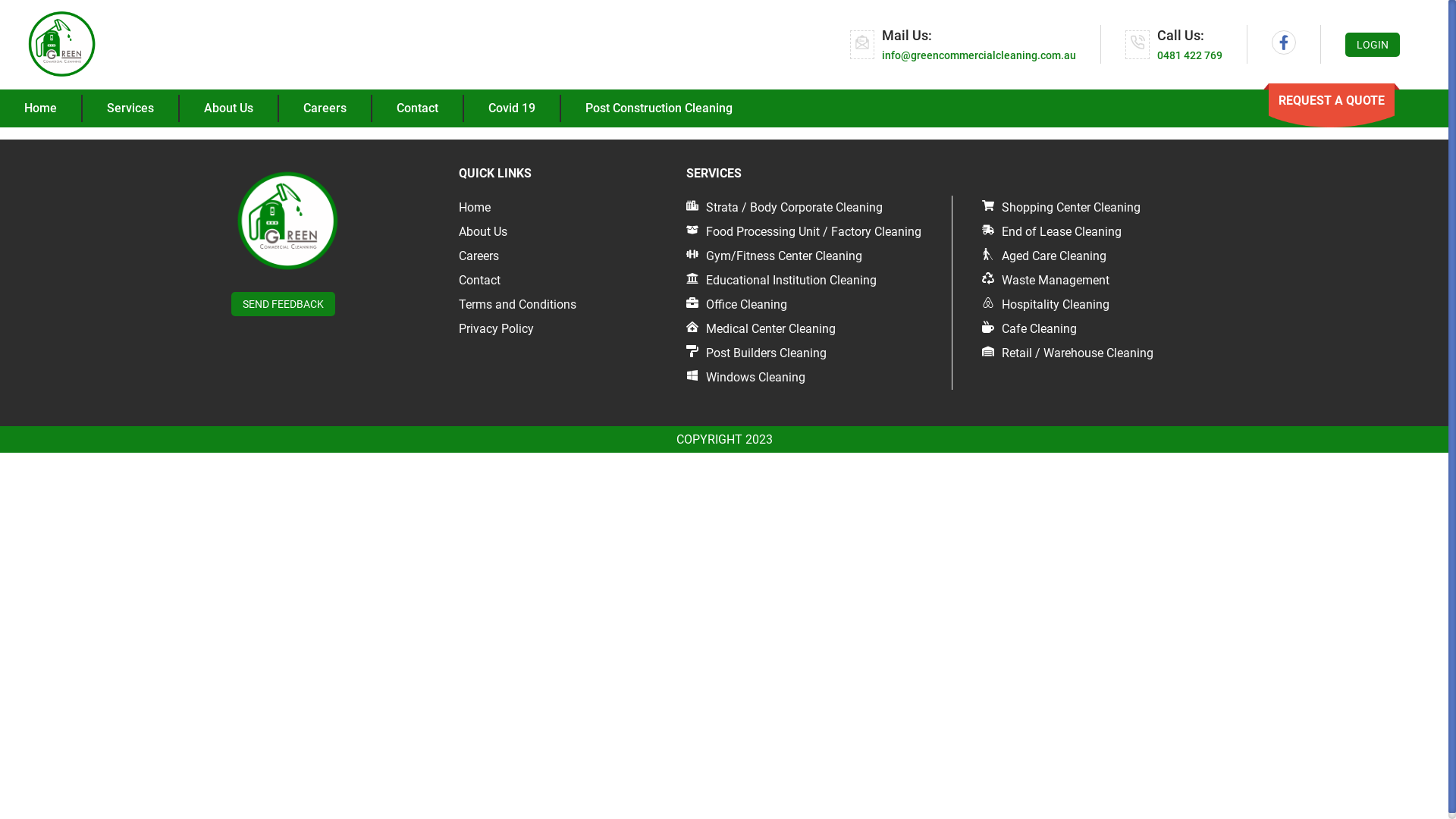  Describe the element at coordinates (283, 304) in the screenshot. I see `'SEND FEEDBACK'` at that location.